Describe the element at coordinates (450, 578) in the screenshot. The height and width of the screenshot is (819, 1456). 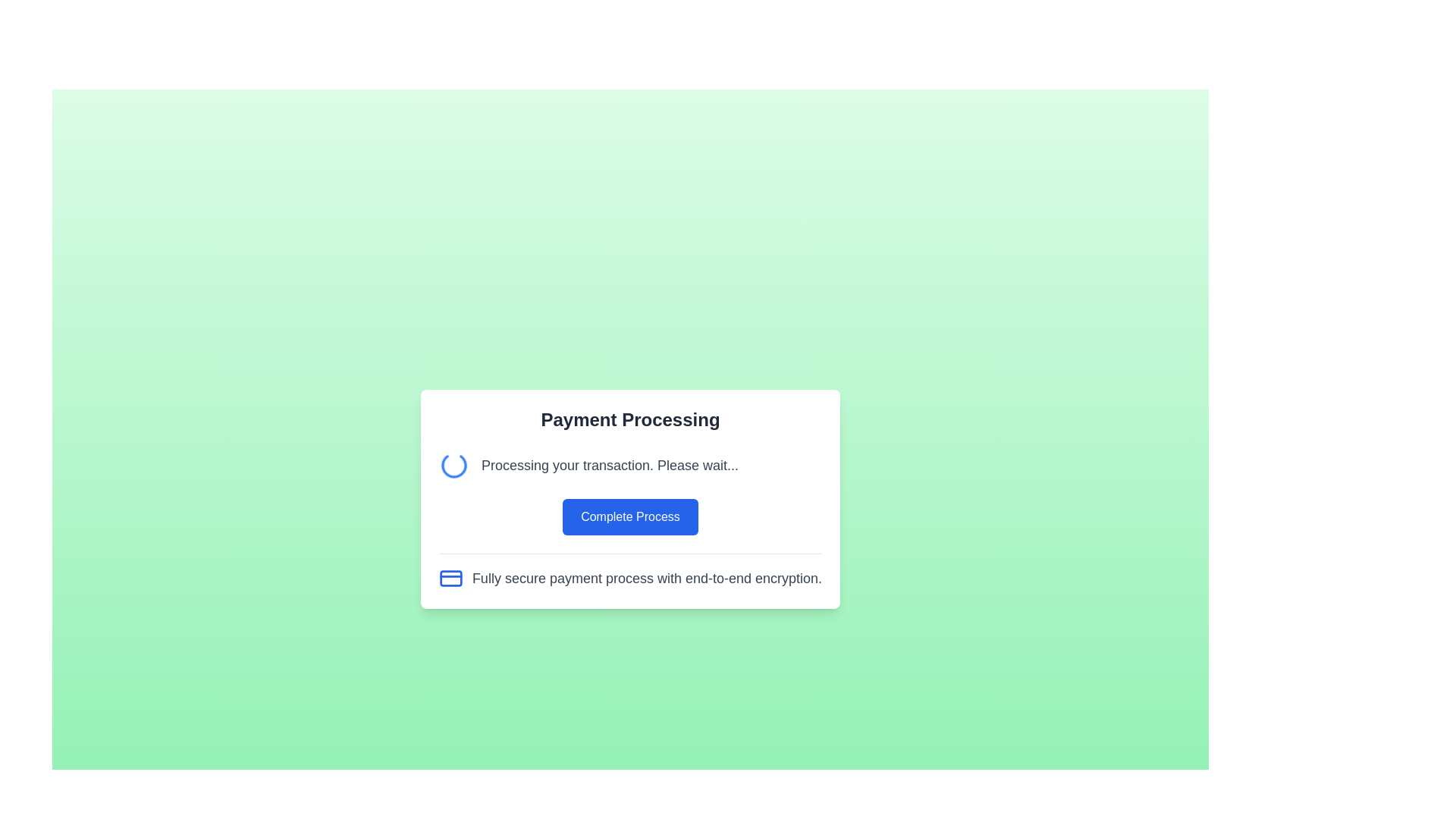
I see `the rectangular icon element with a blue border located near the lower-right corner of the central modal, which is associated with a fully secure payment process` at that location.